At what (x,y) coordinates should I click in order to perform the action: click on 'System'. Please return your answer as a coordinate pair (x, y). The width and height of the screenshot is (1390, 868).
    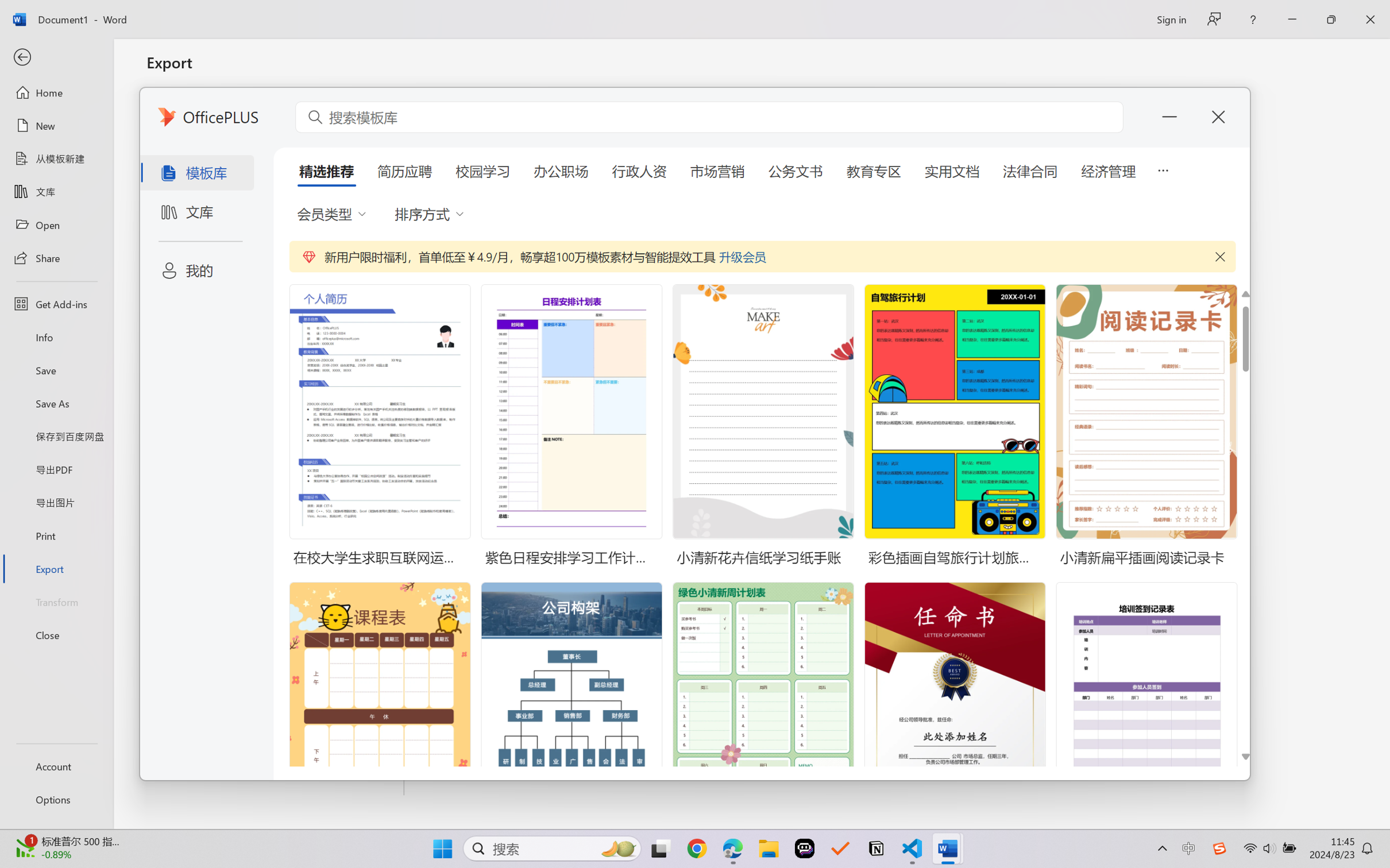
    Looking at the image, I should click on (5, 6).